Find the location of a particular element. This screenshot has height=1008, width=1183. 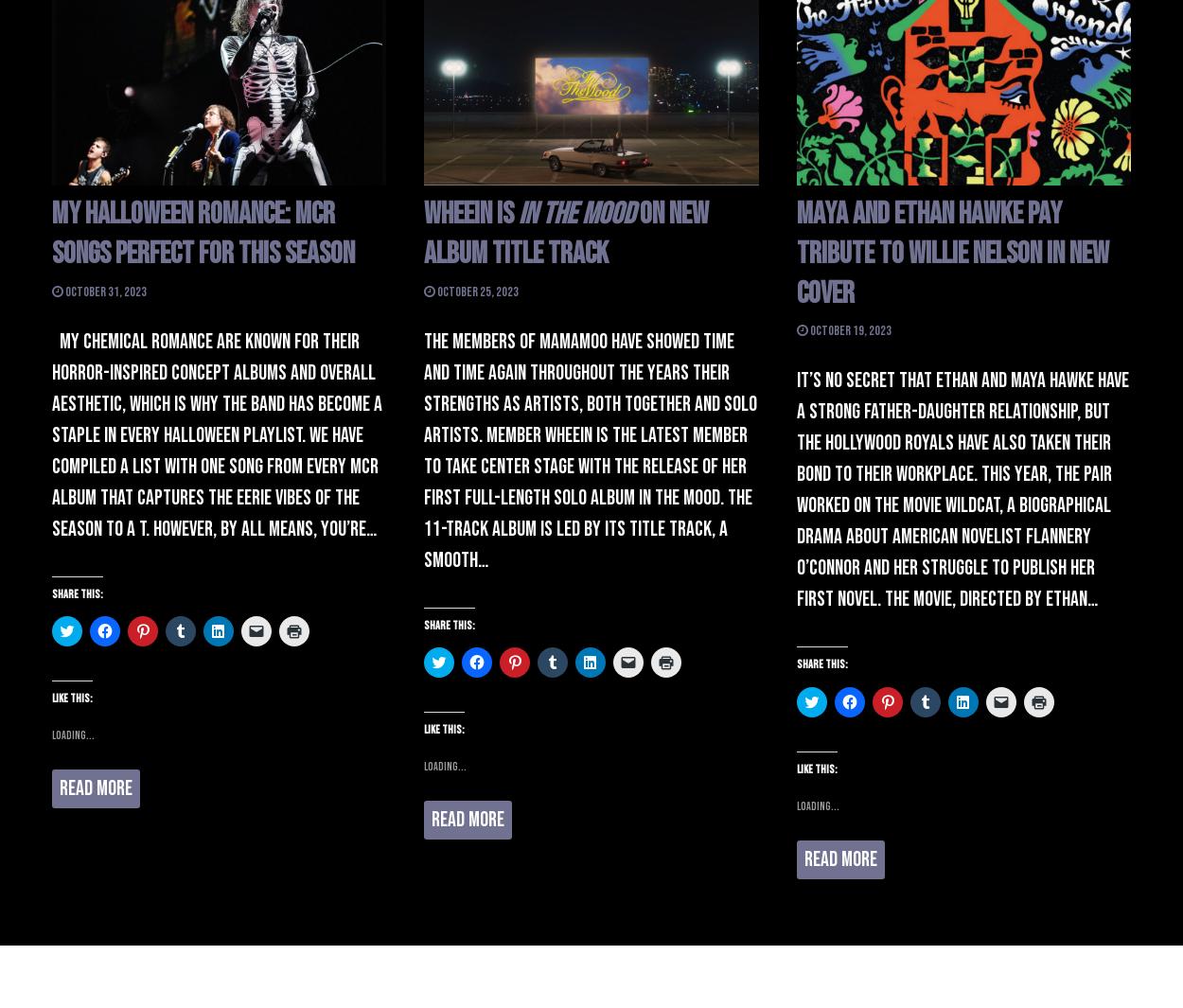

'My Chemical Romance are known for their horror-inspired concept albums and overall aesthetic, which is why the band has become a staple in every Halloween playlist. We have compiled a list with one song from every MCR album that captures the eerie vibes of the season to a T. However, by all means, you’re…' is located at coordinates (216, 433).